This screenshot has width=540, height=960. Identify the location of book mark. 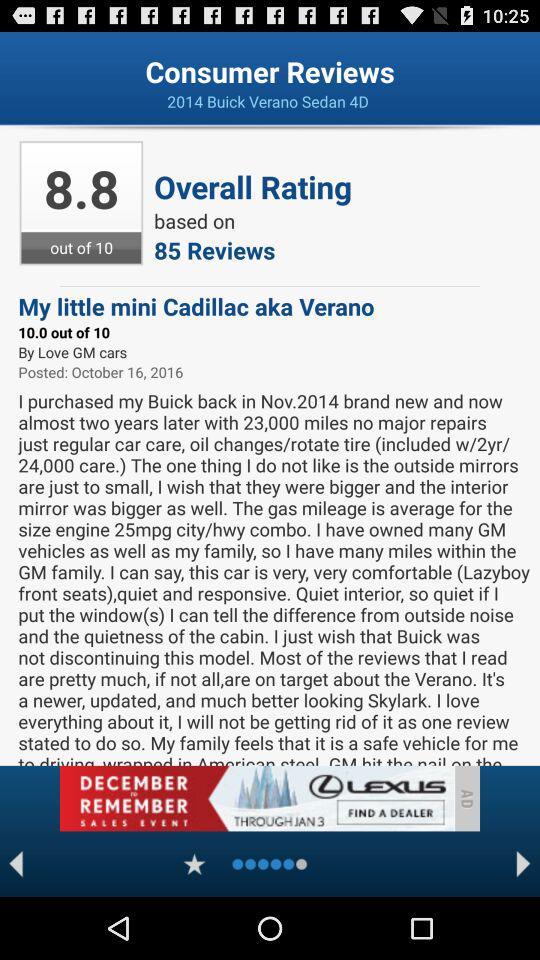
(194, 863).